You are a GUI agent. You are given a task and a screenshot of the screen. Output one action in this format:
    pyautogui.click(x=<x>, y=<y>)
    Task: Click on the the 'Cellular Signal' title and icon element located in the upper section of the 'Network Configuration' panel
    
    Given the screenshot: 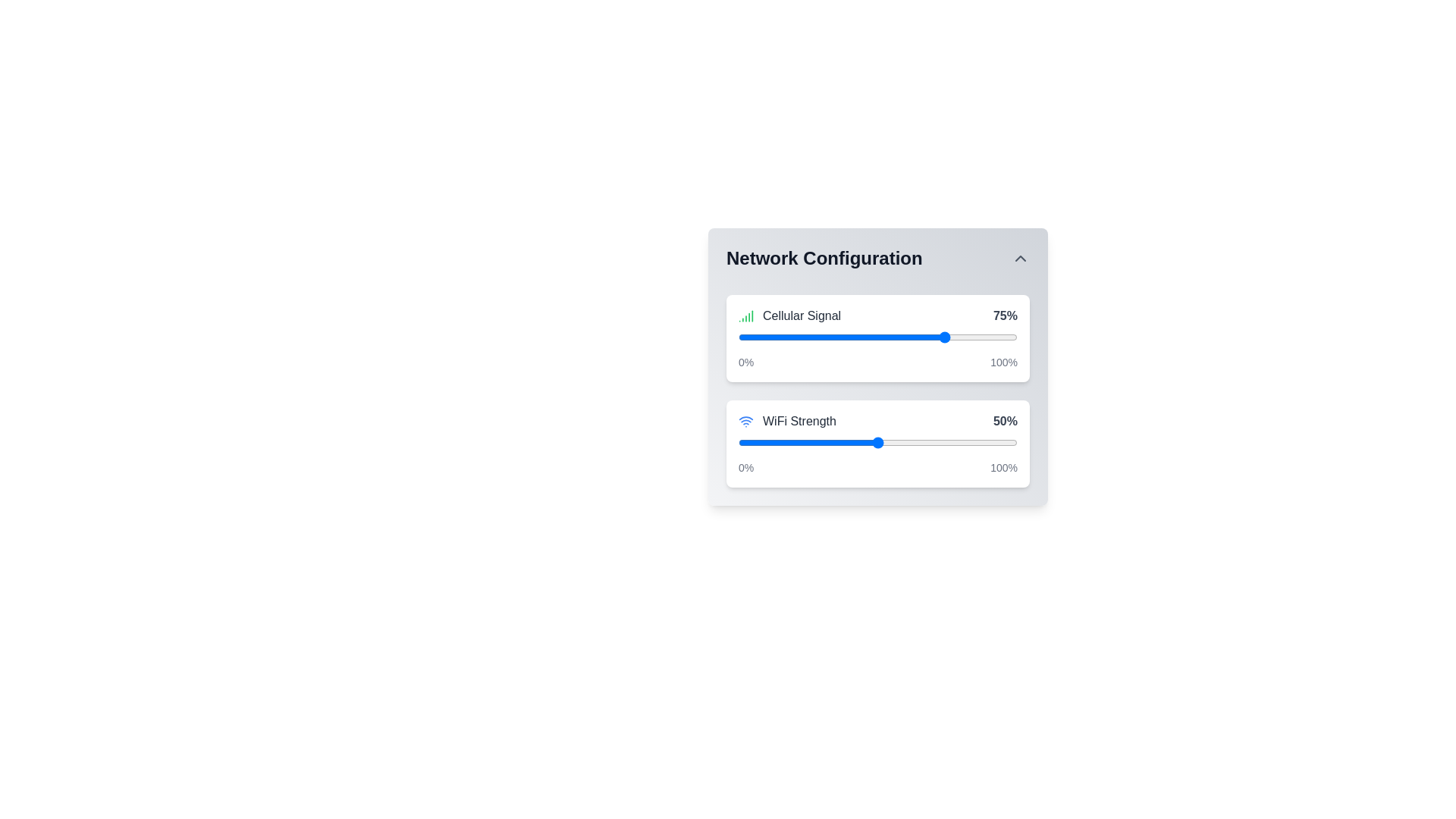 What is the action you would take?
    pyautogui.click(x=789, y=315)
    